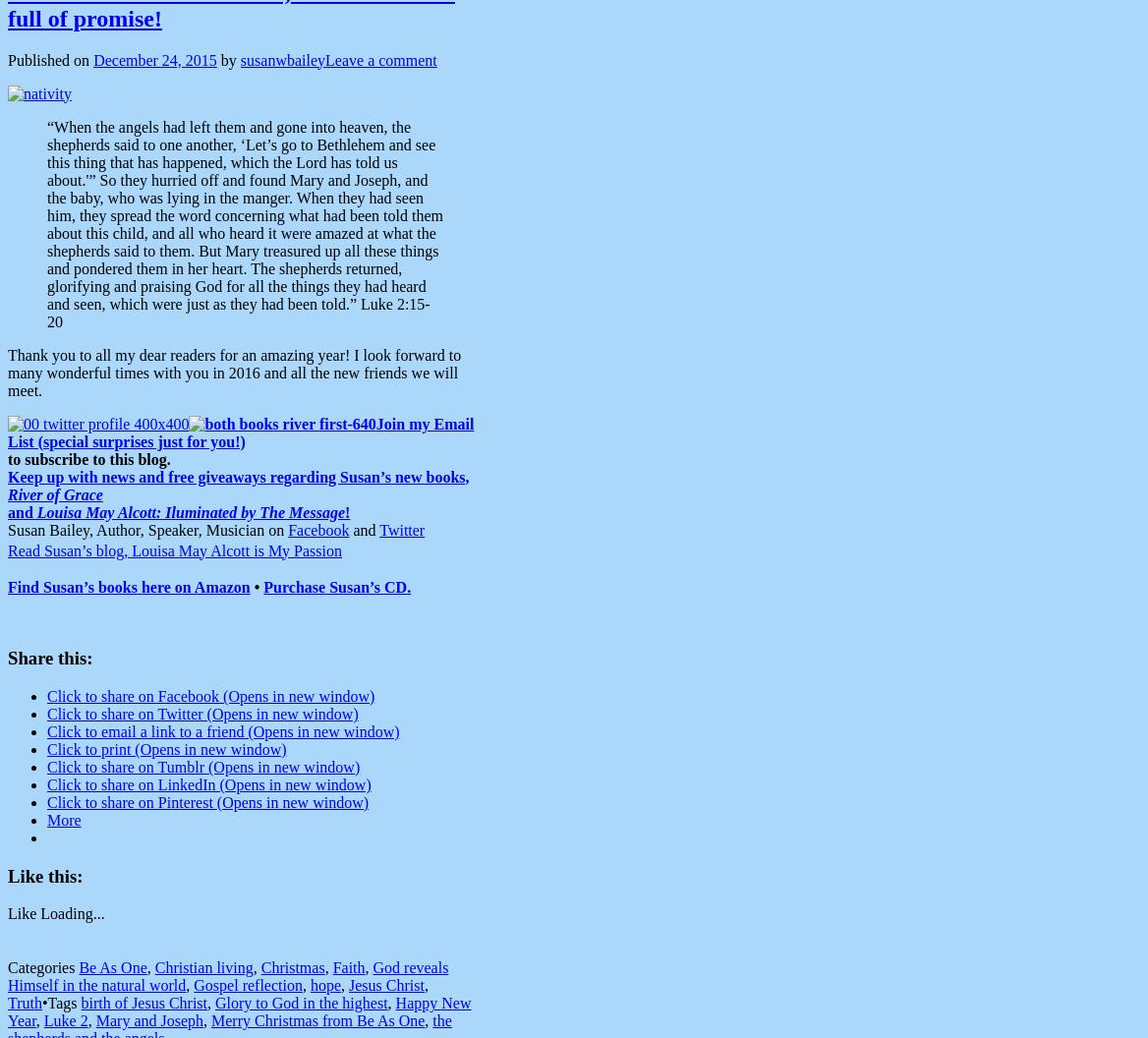  What do you see at coordinates (228, 59) in the screenshot?
I see `'by'` at bounding box center [228, 59].